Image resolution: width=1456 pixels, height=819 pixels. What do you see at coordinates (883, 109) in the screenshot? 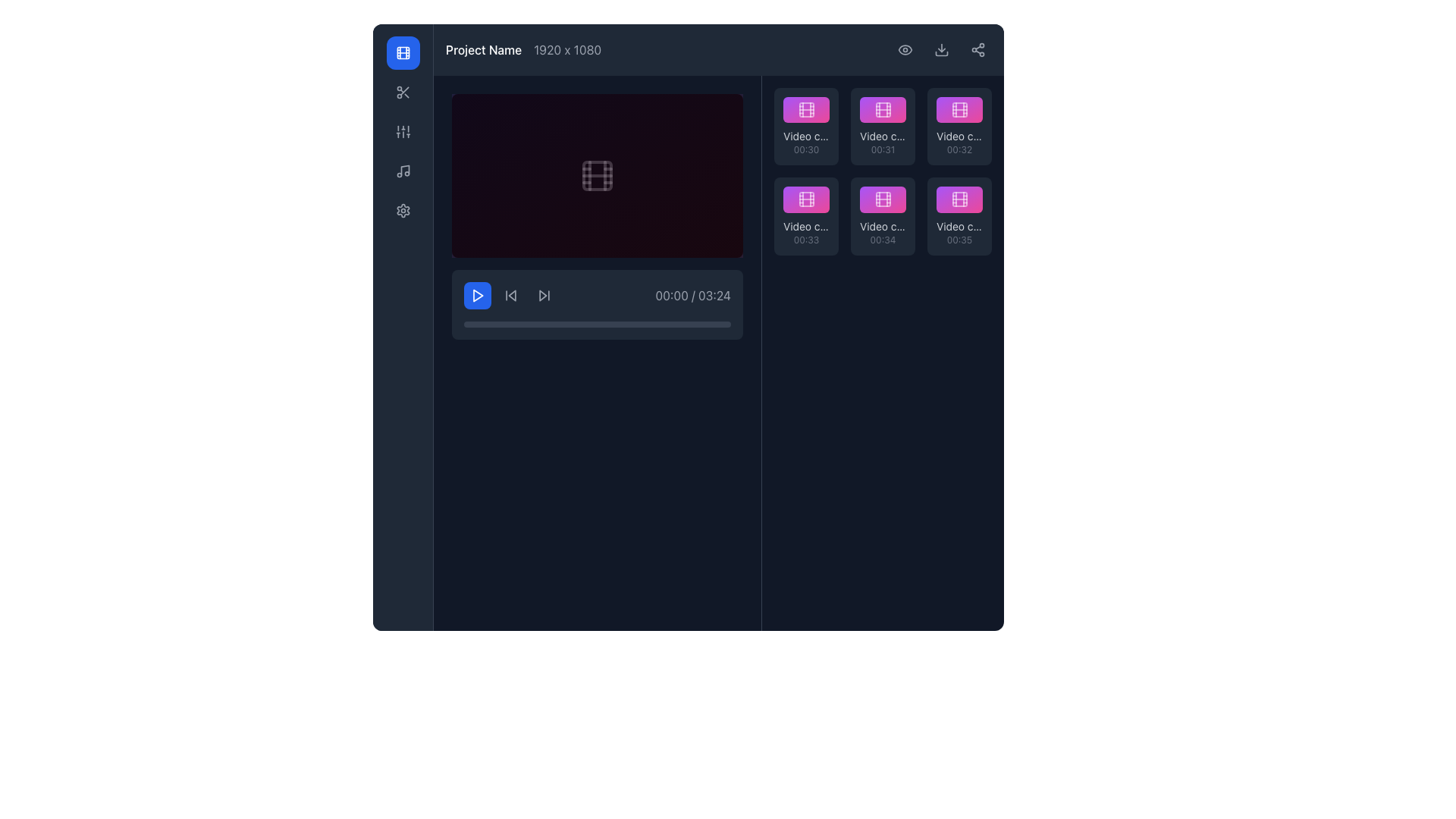
I see `the first icon in the second row of video clip icons` at bounding box center [883, 109].